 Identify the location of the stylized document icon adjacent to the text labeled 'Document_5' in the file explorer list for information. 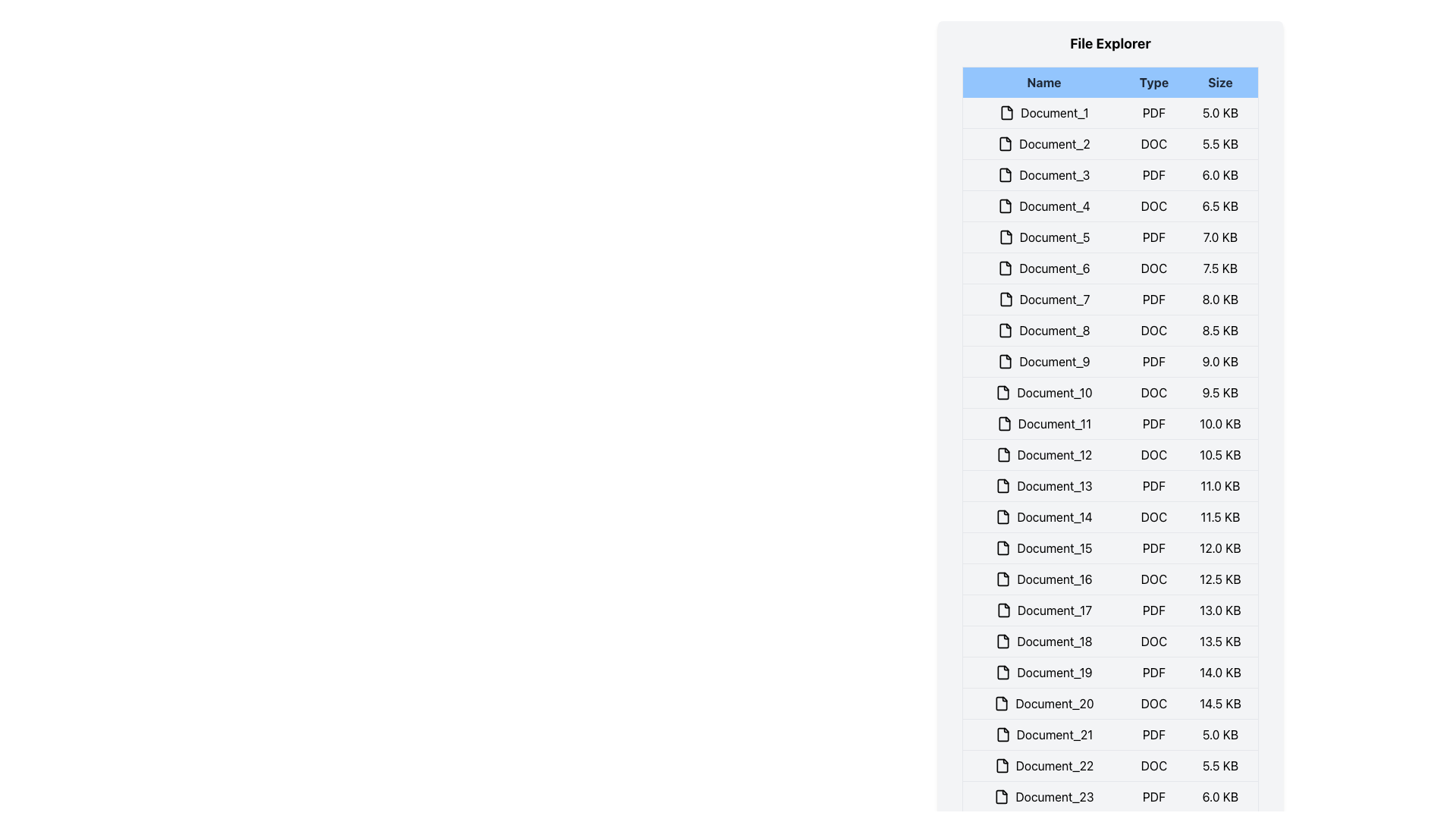
(1006, 237).